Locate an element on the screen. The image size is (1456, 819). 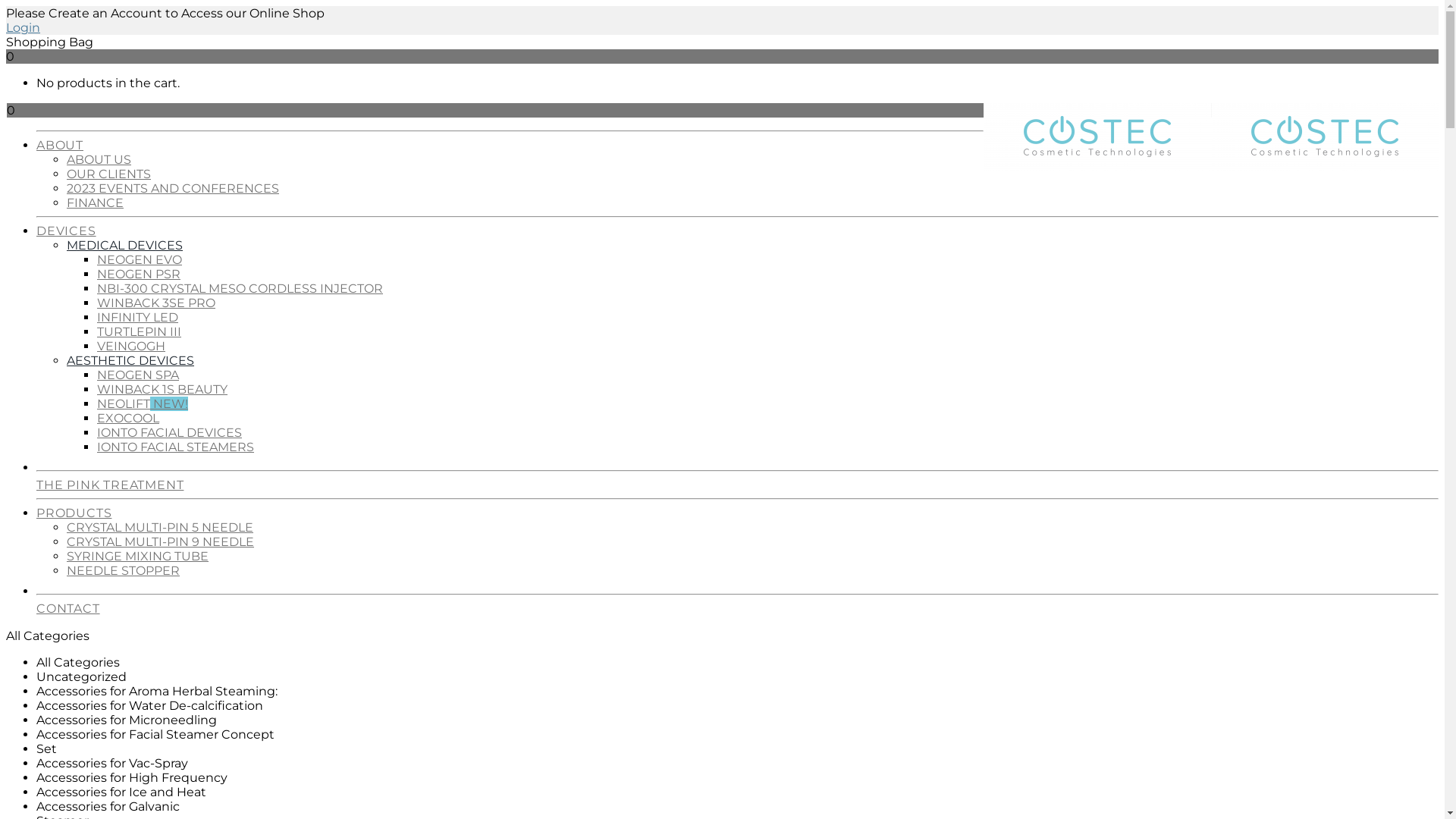
'NEOGEN PSR' is located at coordinates (138, 274).